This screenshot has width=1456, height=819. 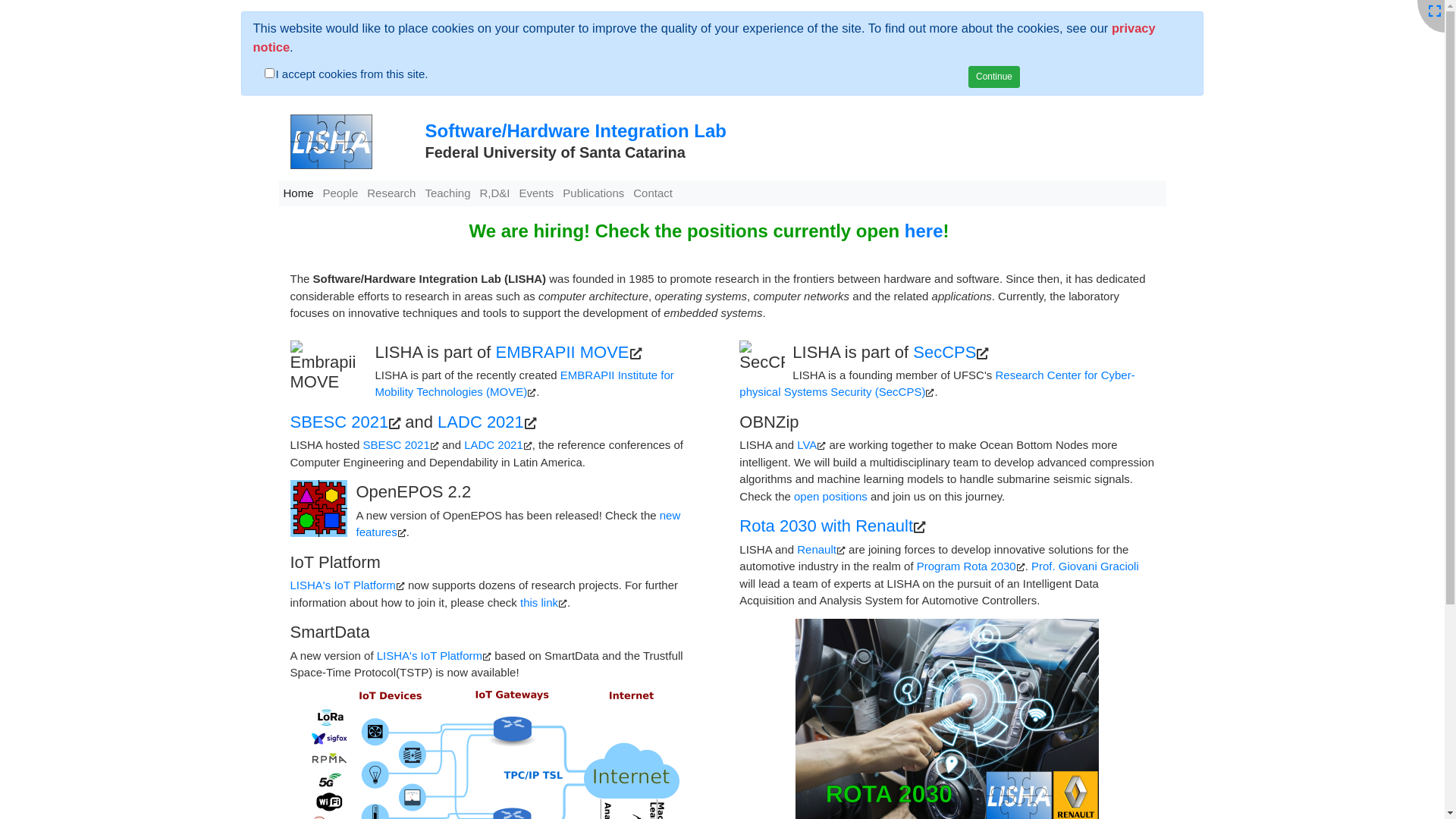 What do you see at coordinates (447, 193) in the screenshot?
I see `'Teaching'` at bounding box center [447, 193].